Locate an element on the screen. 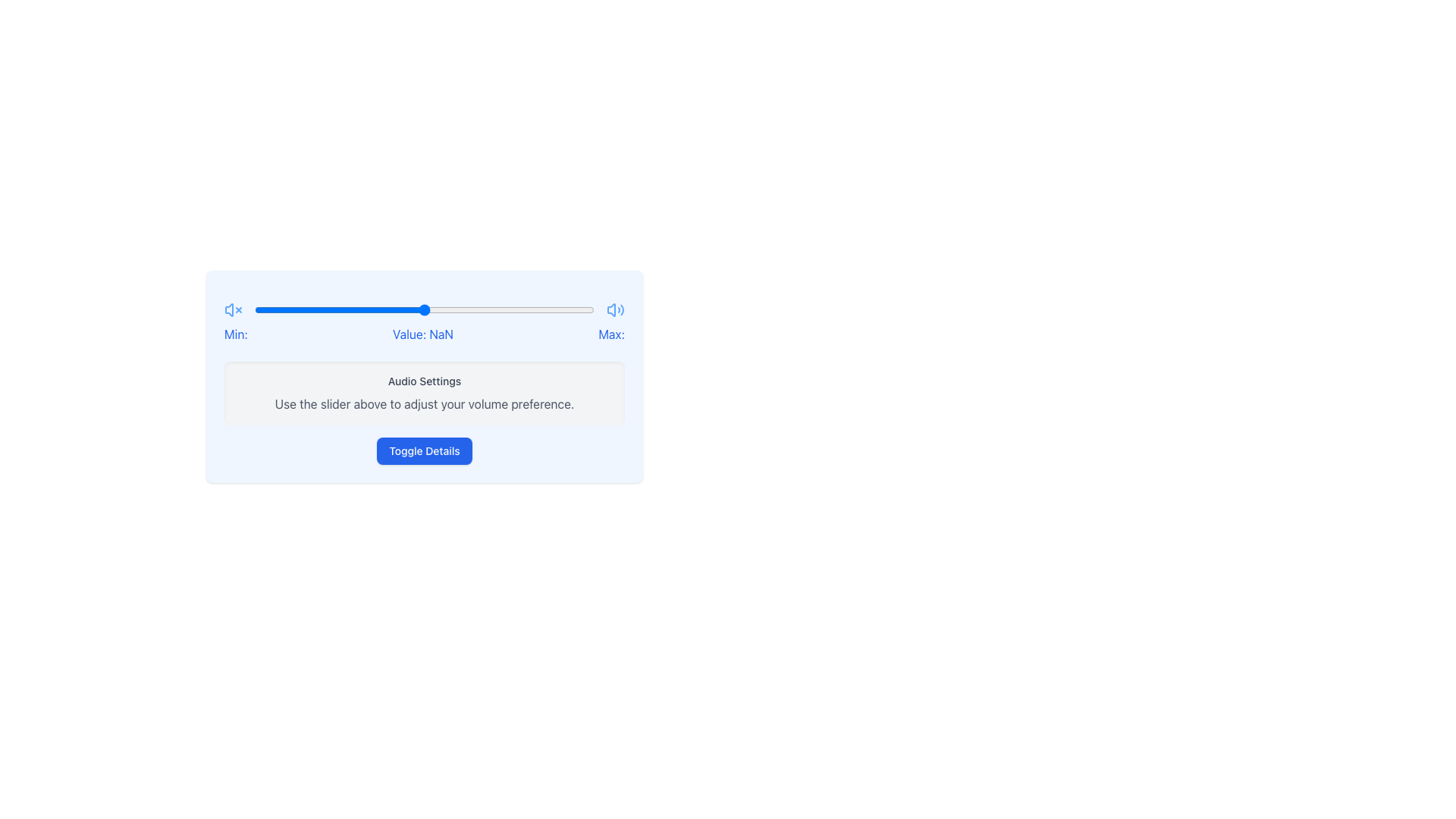 The width and height of the screenshot is (1456, 819). the graphical speaker icon with sound waves located in the top-right corner of the volume control interface is located at coordinates (611, 309).